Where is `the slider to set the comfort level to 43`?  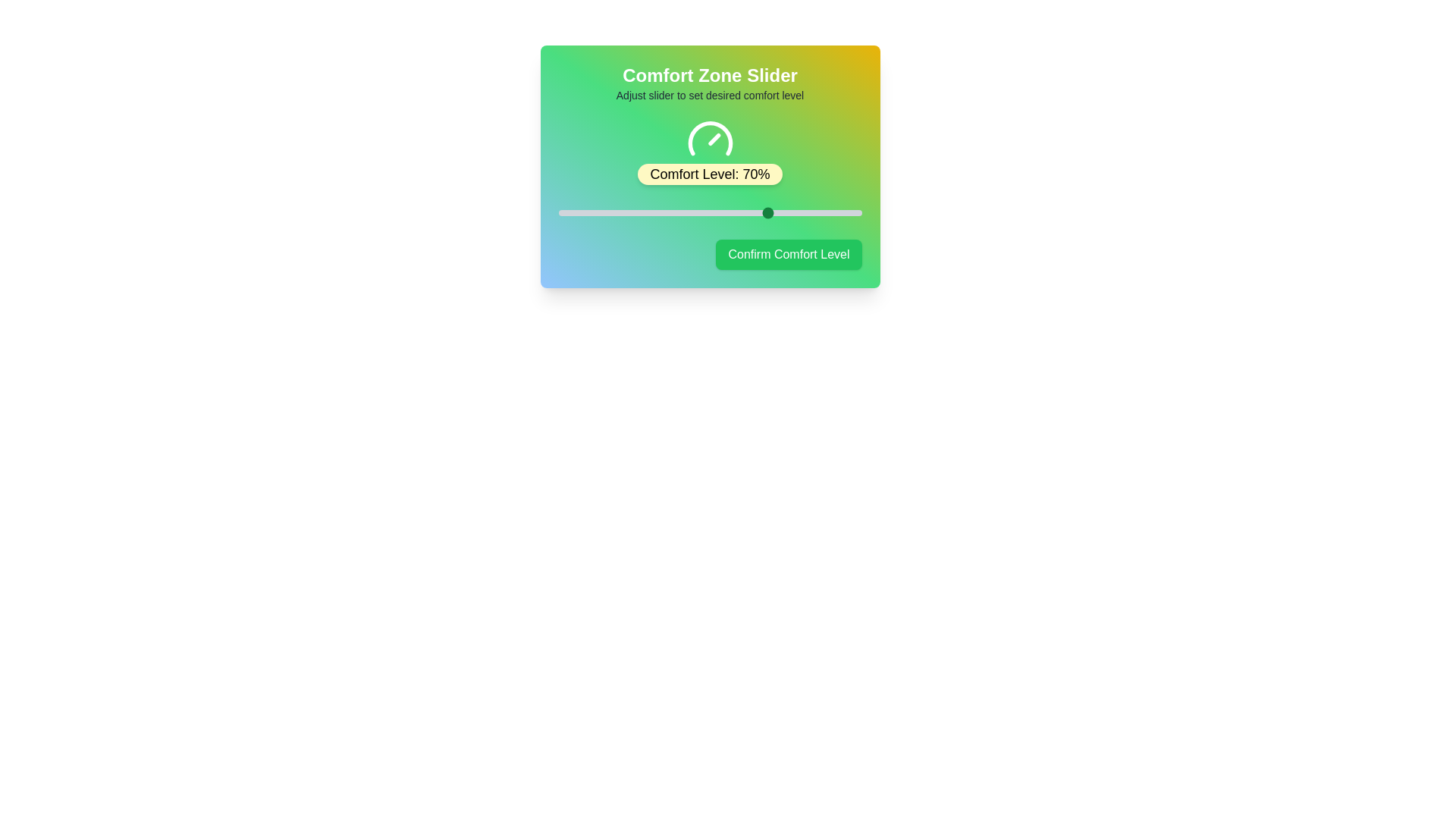 the slider to set the comfort level to 43 is located at coordinates (688, 213).